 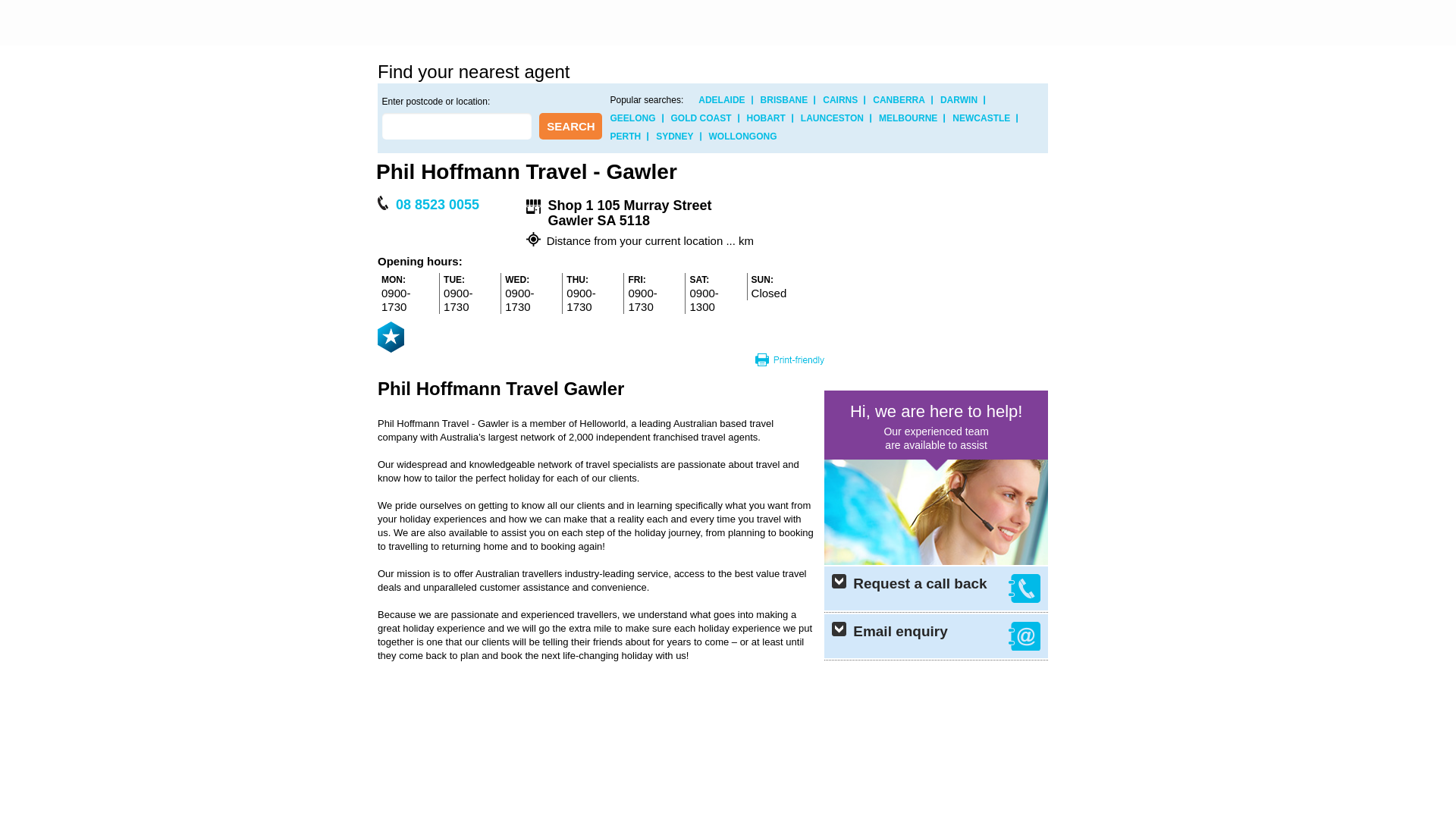 I want to click on 'DARWIN', so click(x=958, y=99).